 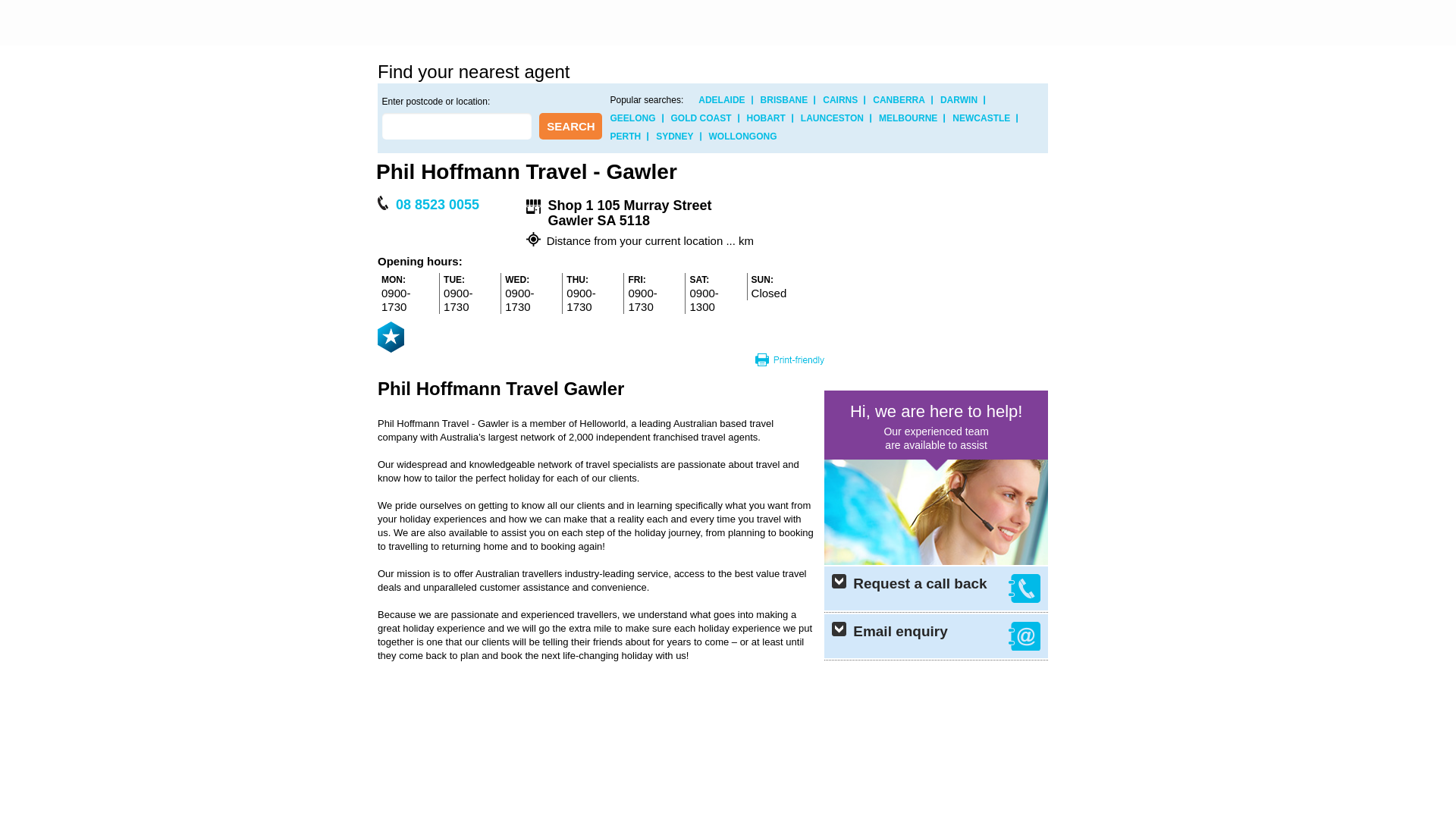 I want to click on 'DARWIN', so click(x=958, y=99).